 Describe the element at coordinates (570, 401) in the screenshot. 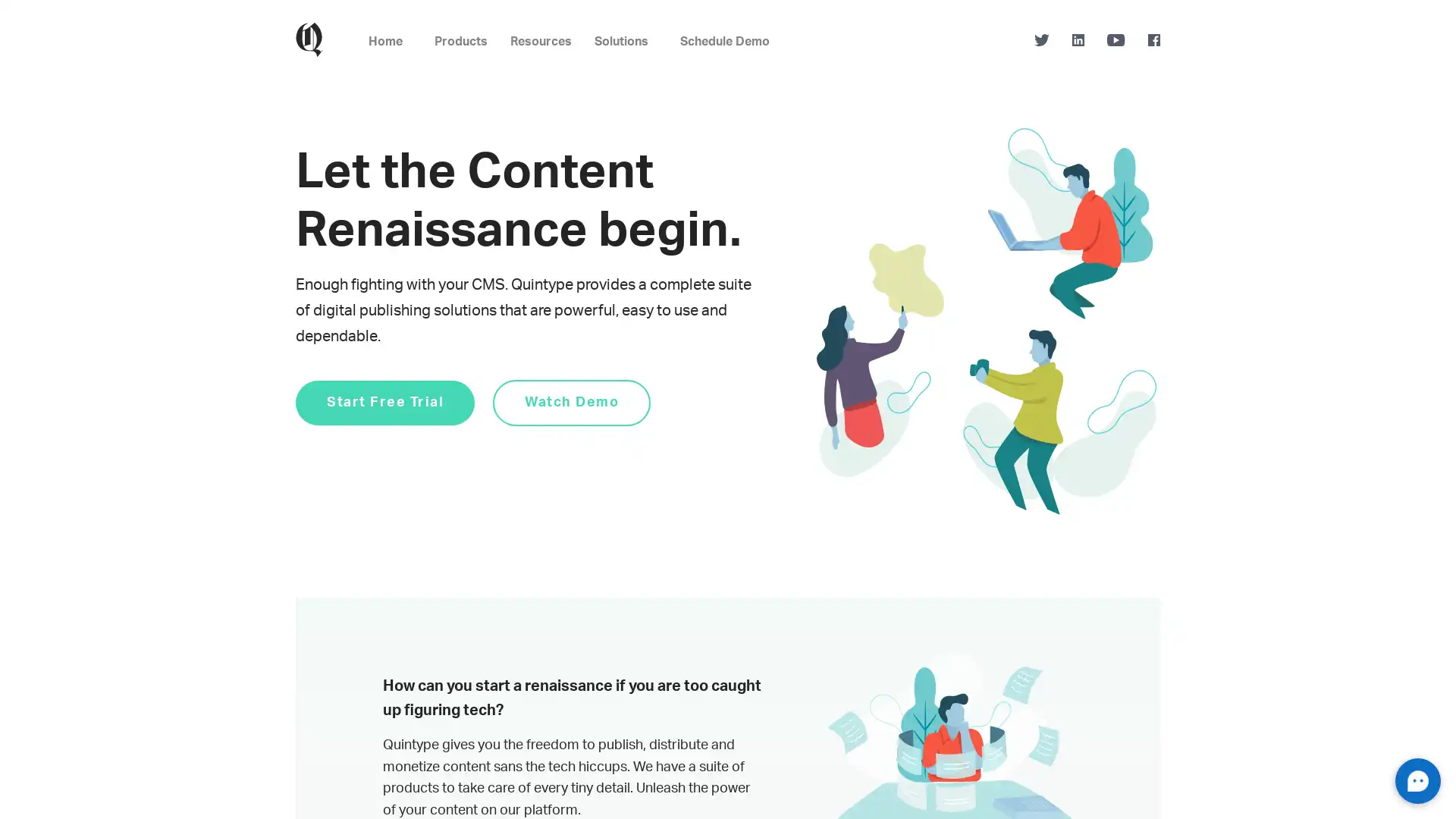

I see `Watch Demo` at that location.